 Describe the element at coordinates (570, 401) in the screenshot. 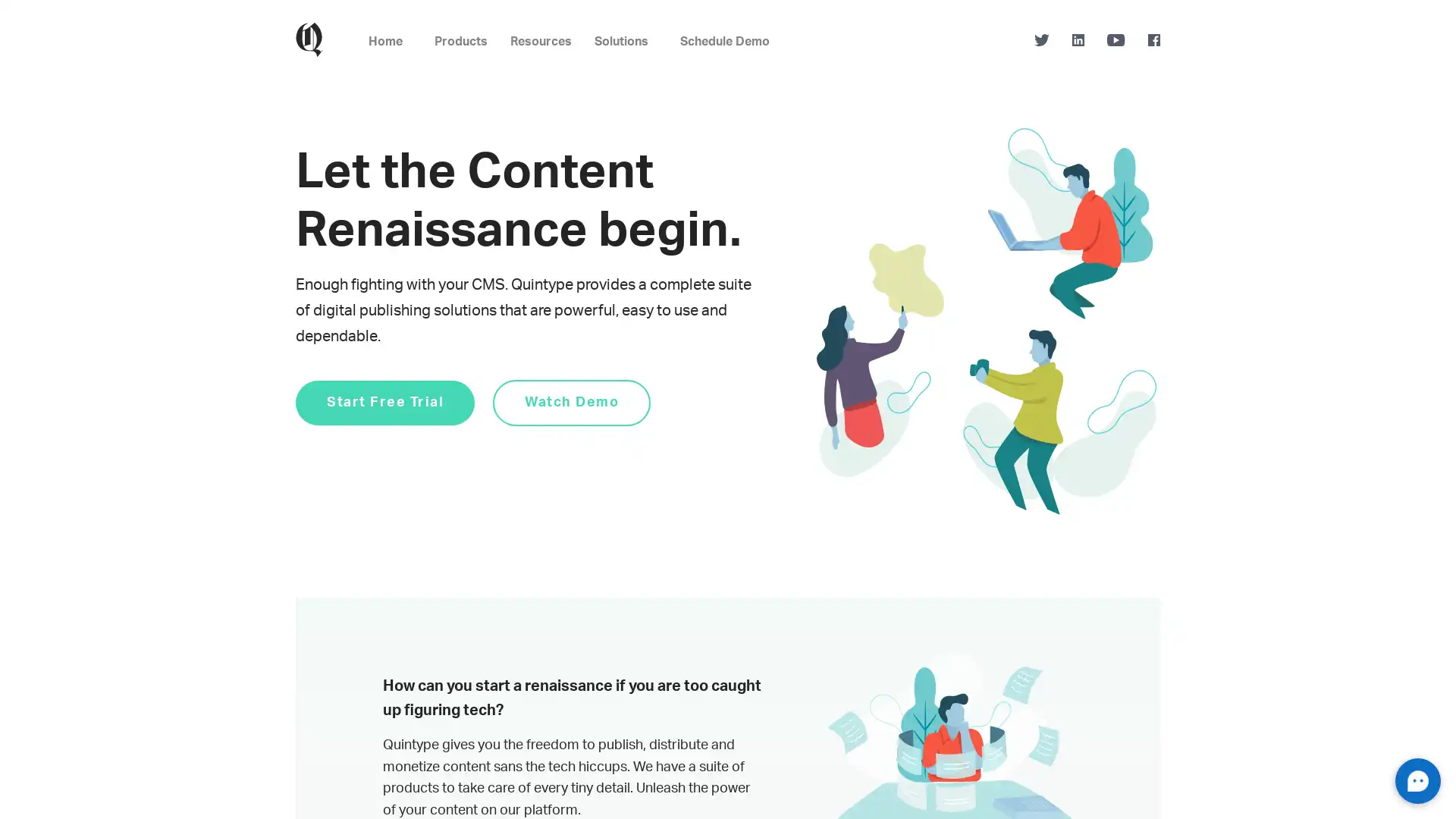

I see `Watch Demo` at that location.